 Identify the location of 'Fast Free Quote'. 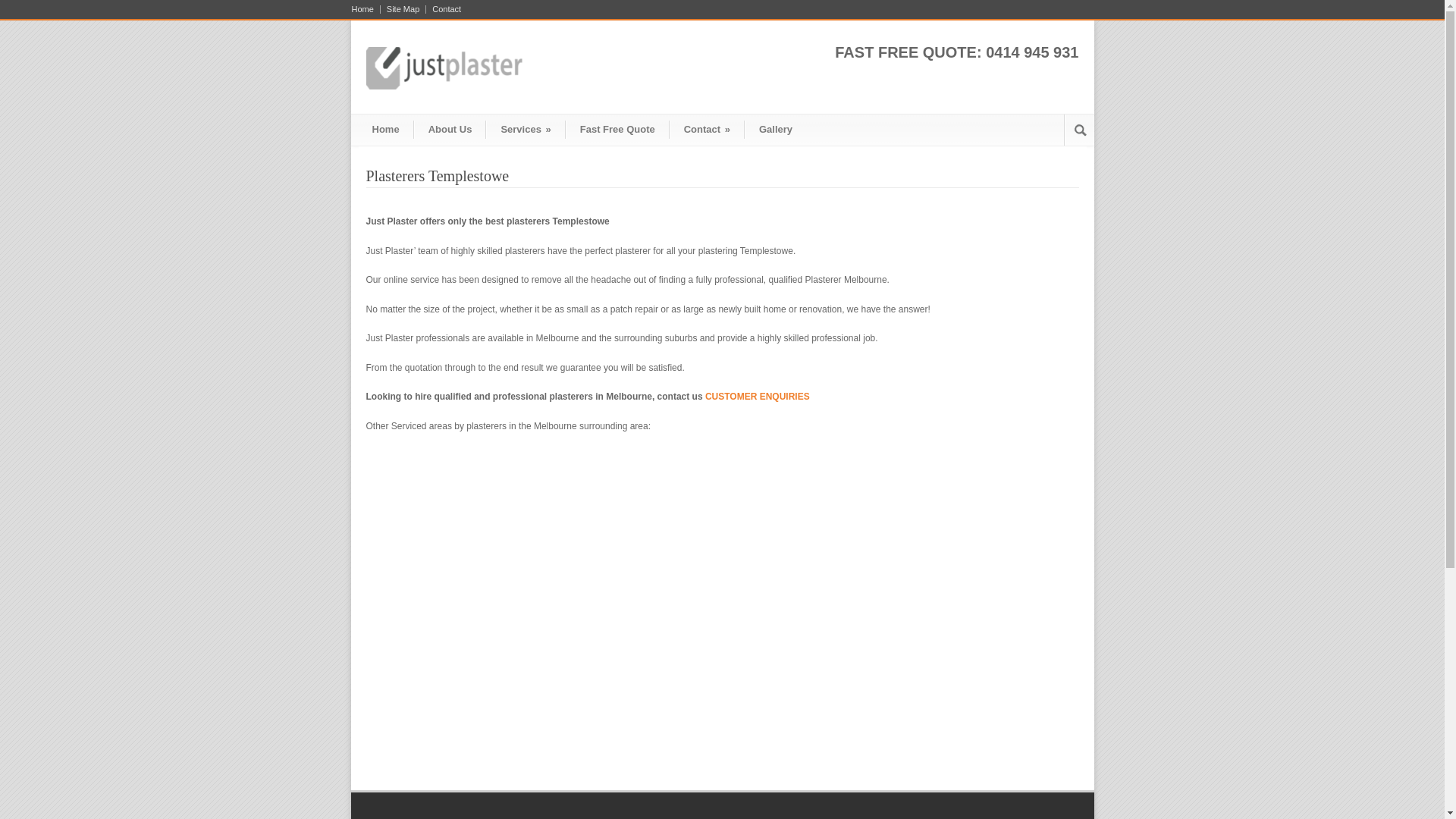
(617, 127).